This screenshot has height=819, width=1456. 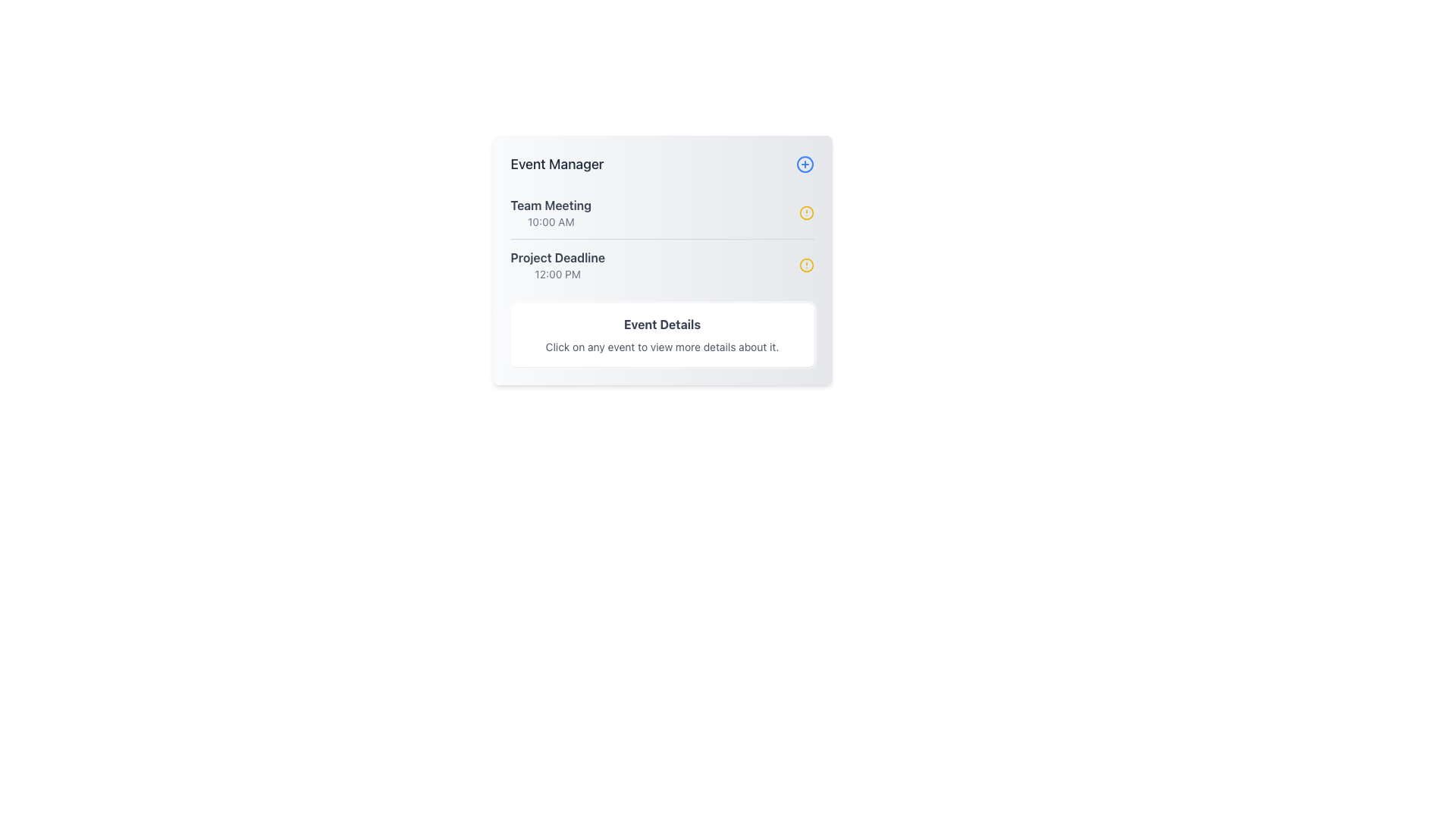 What do you see at coordinates (550, 213) in the screenshot?
I see `the 'Team Meeting' event listing in the 'Event Manager' section` at bounding box center [550, 213].